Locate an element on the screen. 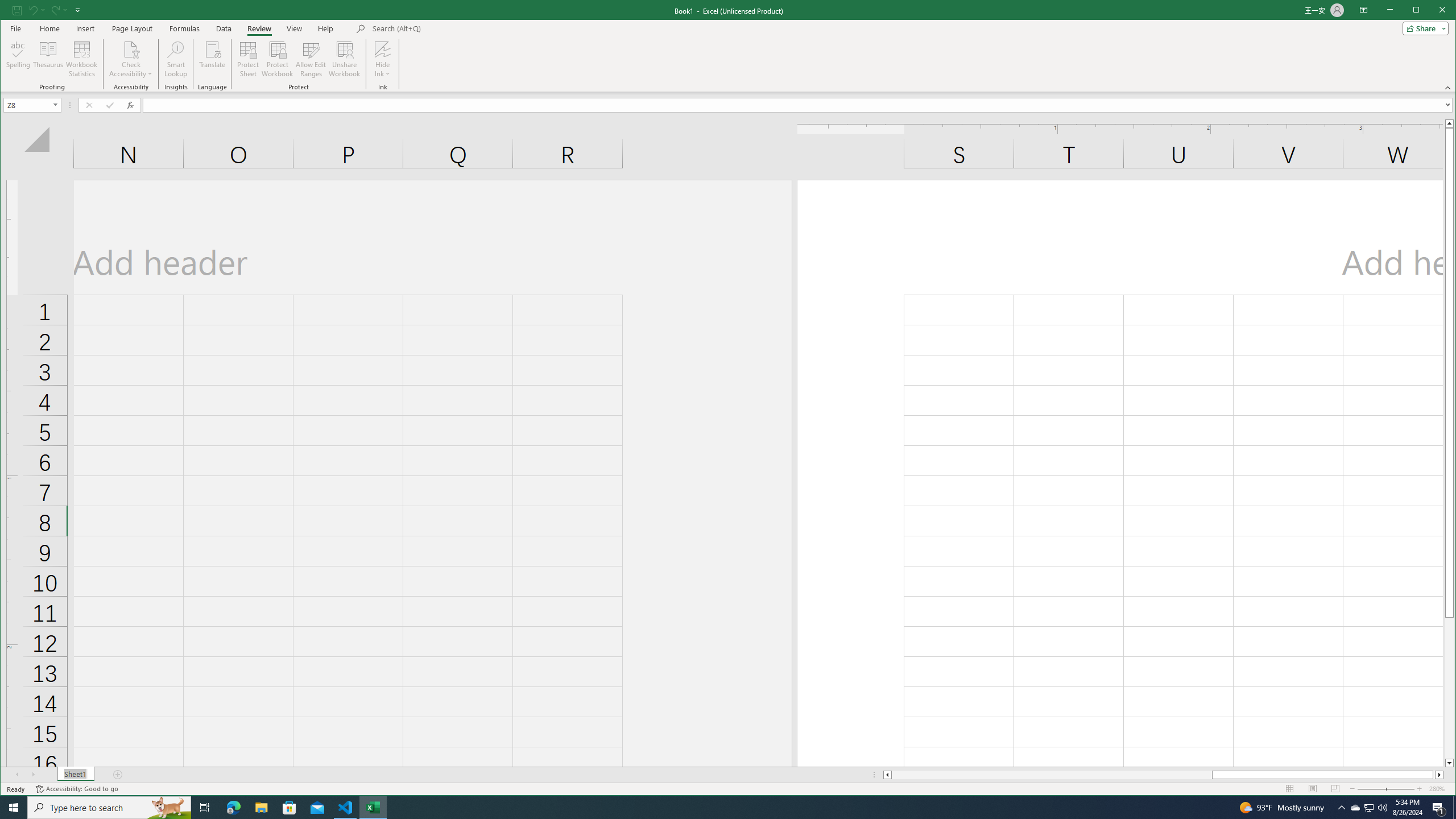 The width and height of the screenshot is (1456, 819). 'Maximize' is located at coordinates (1433, 11).